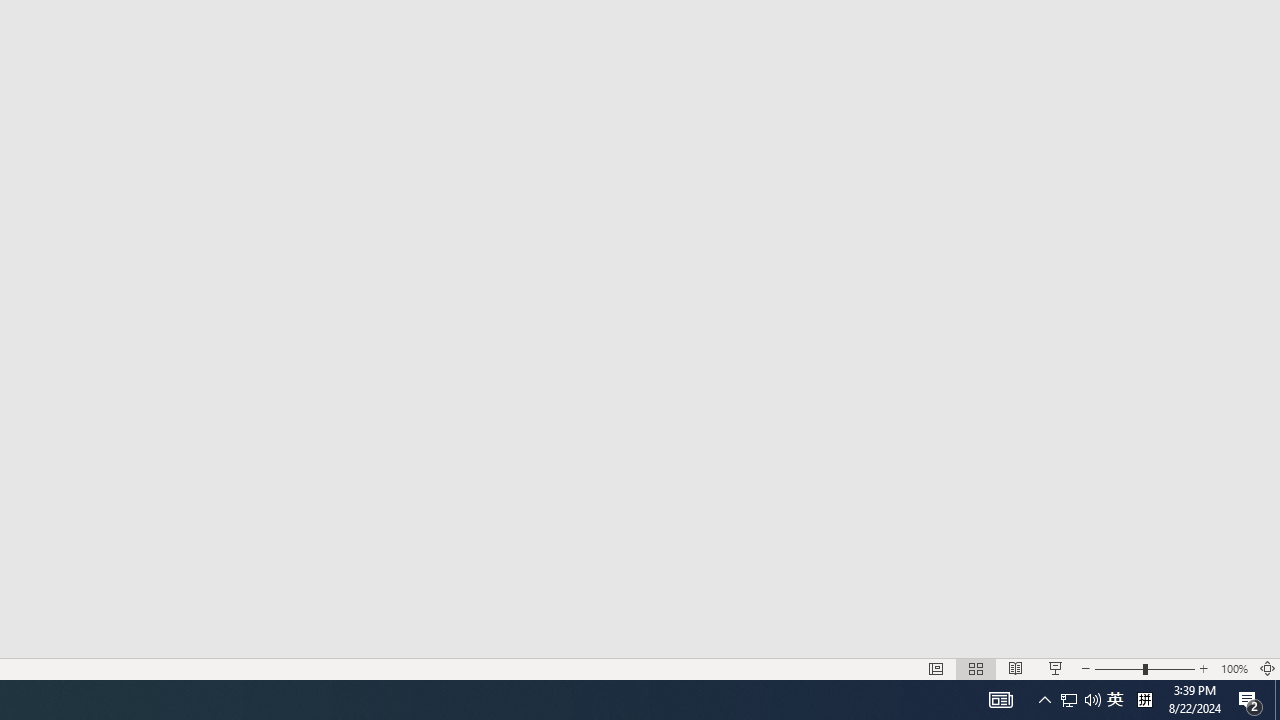  I want to click on 'Notification Chevron', so click(1044, 698).